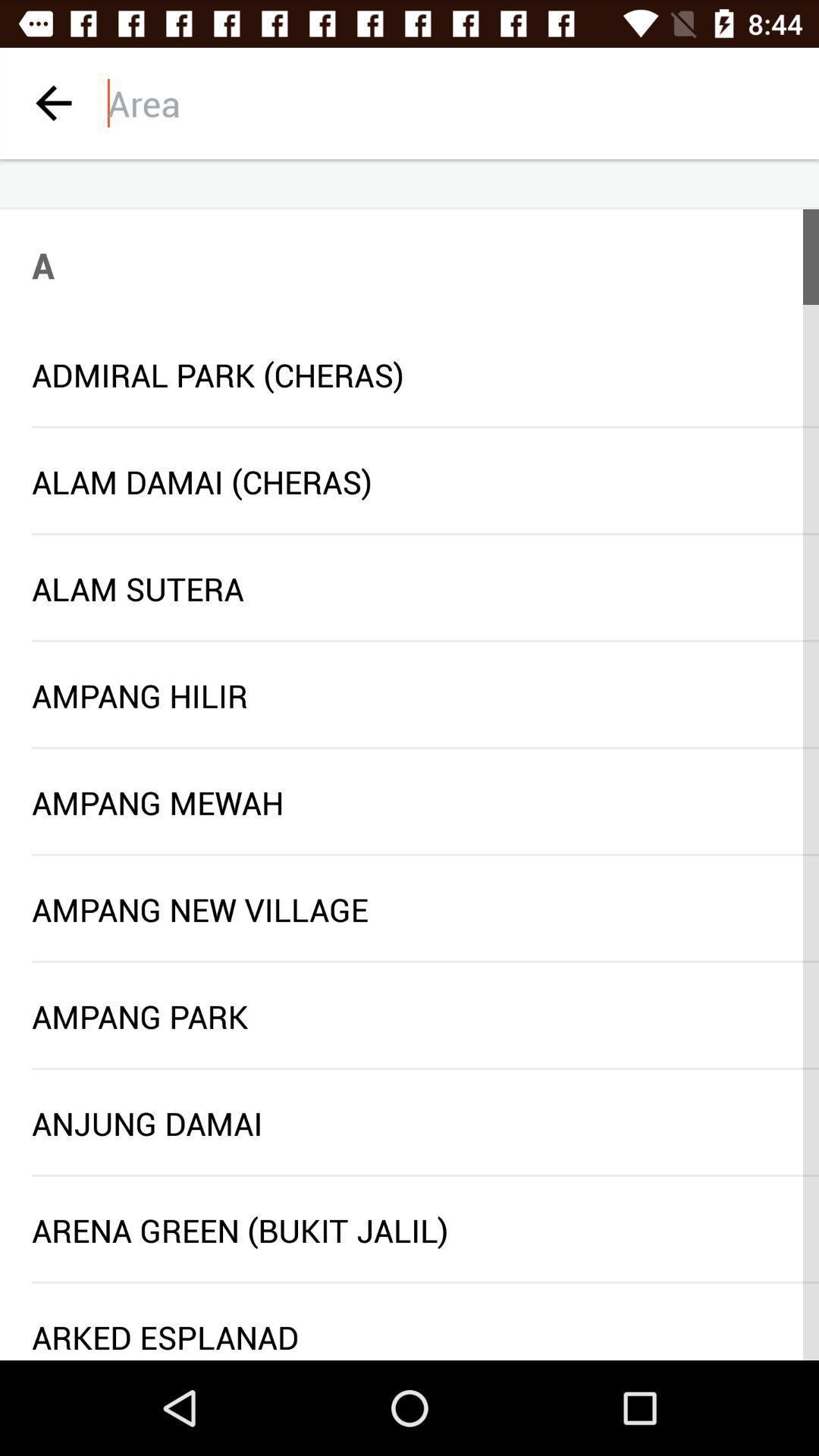  What do you see at coordinates (425, 1175) in the screenshot?
I see `icon above arena green bukit` at bounding box center [425, 1175].